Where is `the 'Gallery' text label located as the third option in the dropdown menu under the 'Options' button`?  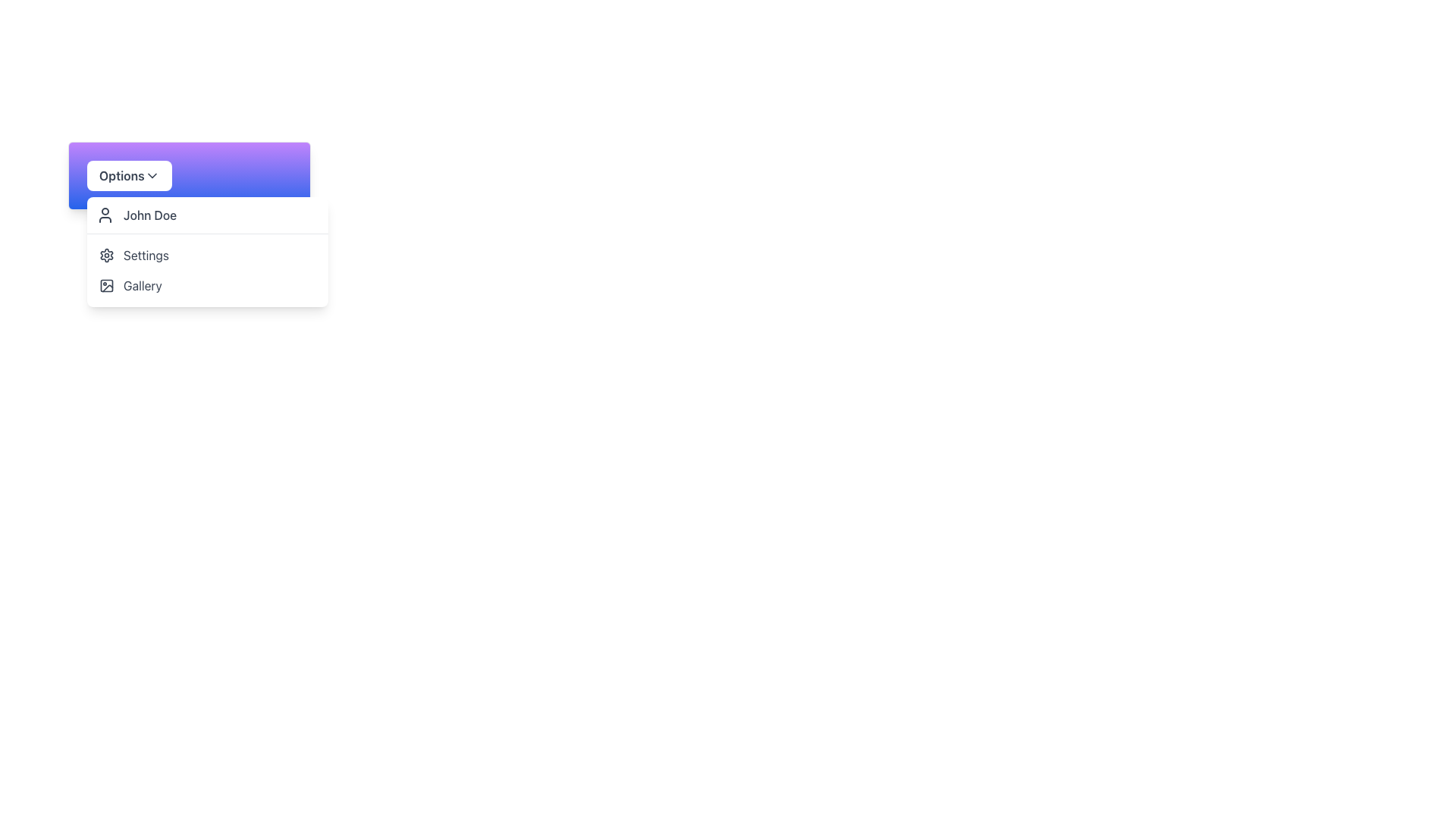 the 'Gallery' text label located as the third option in the dropdown menu under the 'Options' button is located at coordinates (143, 286).